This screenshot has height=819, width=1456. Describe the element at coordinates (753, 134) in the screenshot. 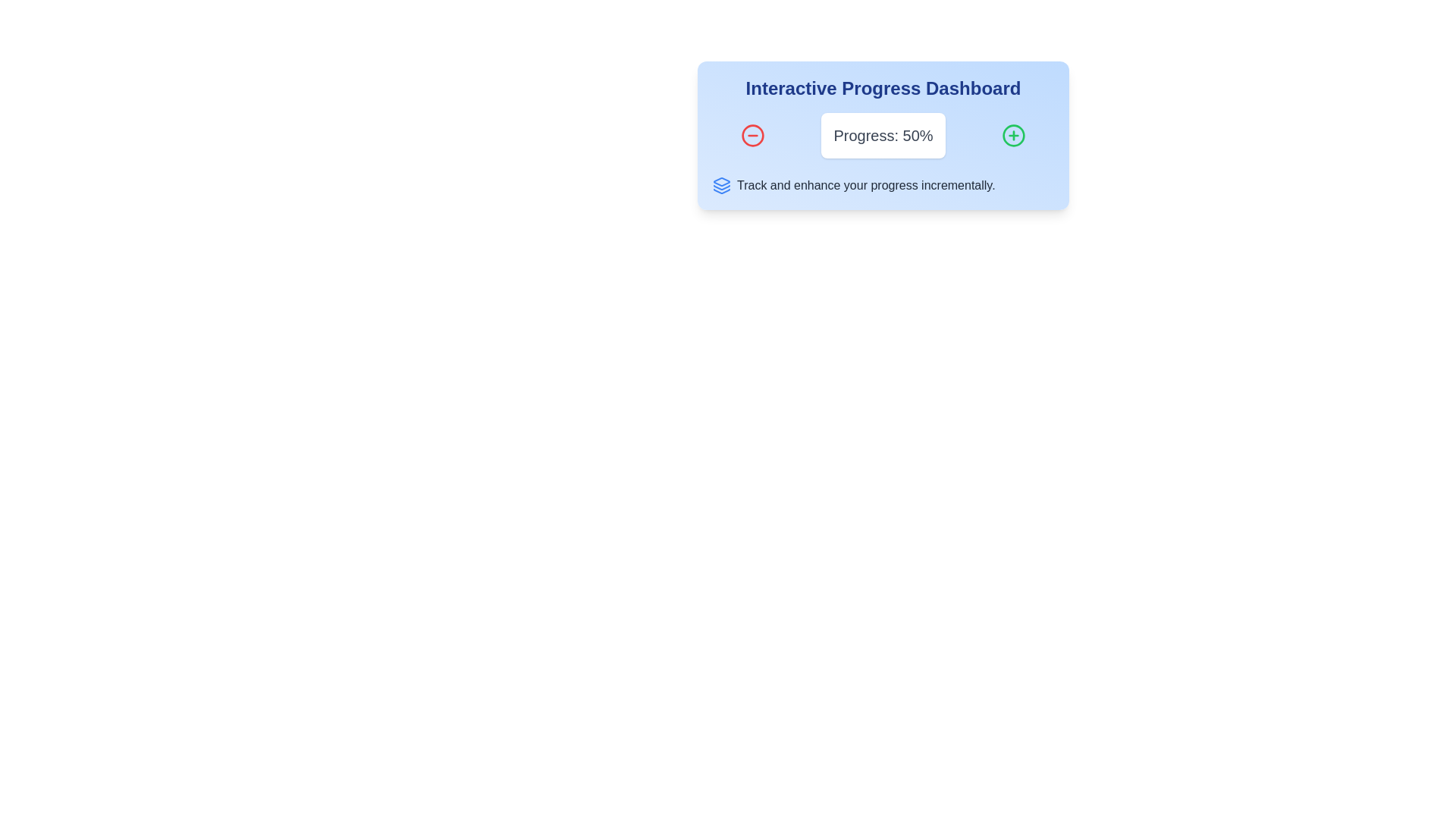

I see `the subtract button located to the left of the 'Progress: 50%' text block to decrement a value` at that location.